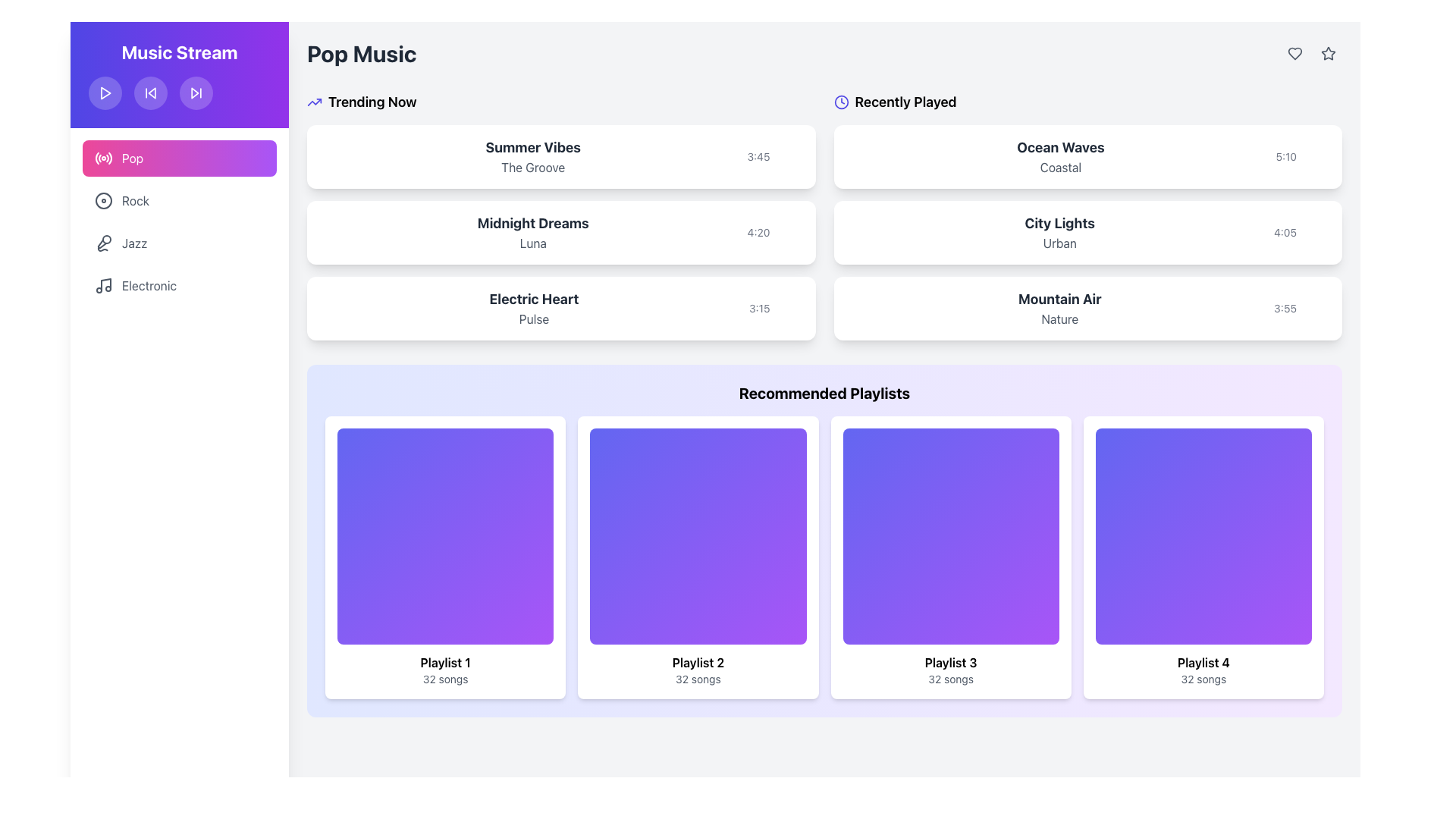 The image size is (1456, 819). I want to click on the first text display component in the 'Trending Now' section that shows the song title and artist information, so click(533, 157).